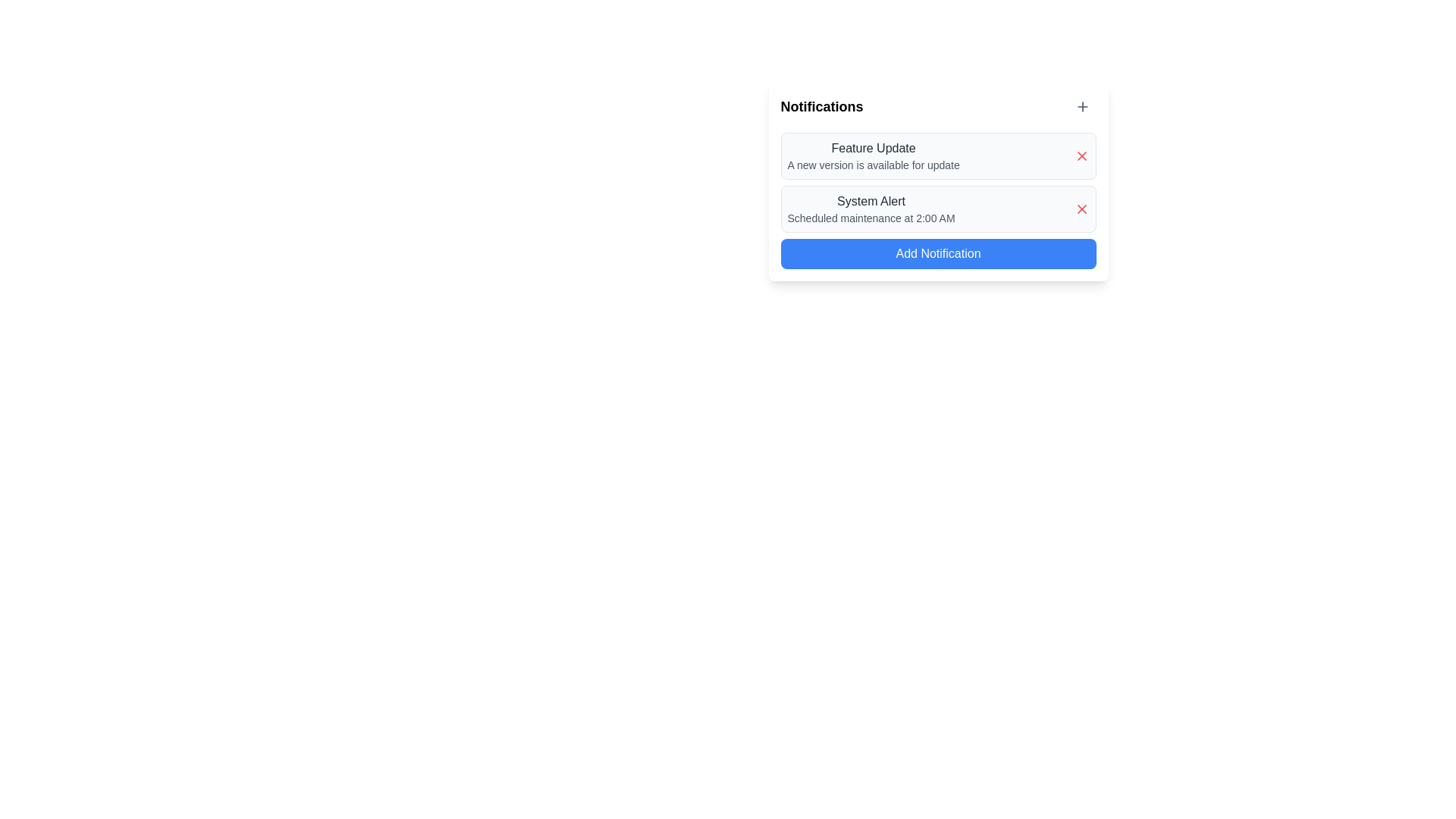 Image resolution: width=1456 pixels, height=819 pixels. What do you see at coordinates (874, 155) in the screenshot?
I see `text of the notification titled 'Feature Update' with the subtitle 'A new version is available for update', located in the first notification box below the 'Notifications' header` at bounding box center [874, 155].